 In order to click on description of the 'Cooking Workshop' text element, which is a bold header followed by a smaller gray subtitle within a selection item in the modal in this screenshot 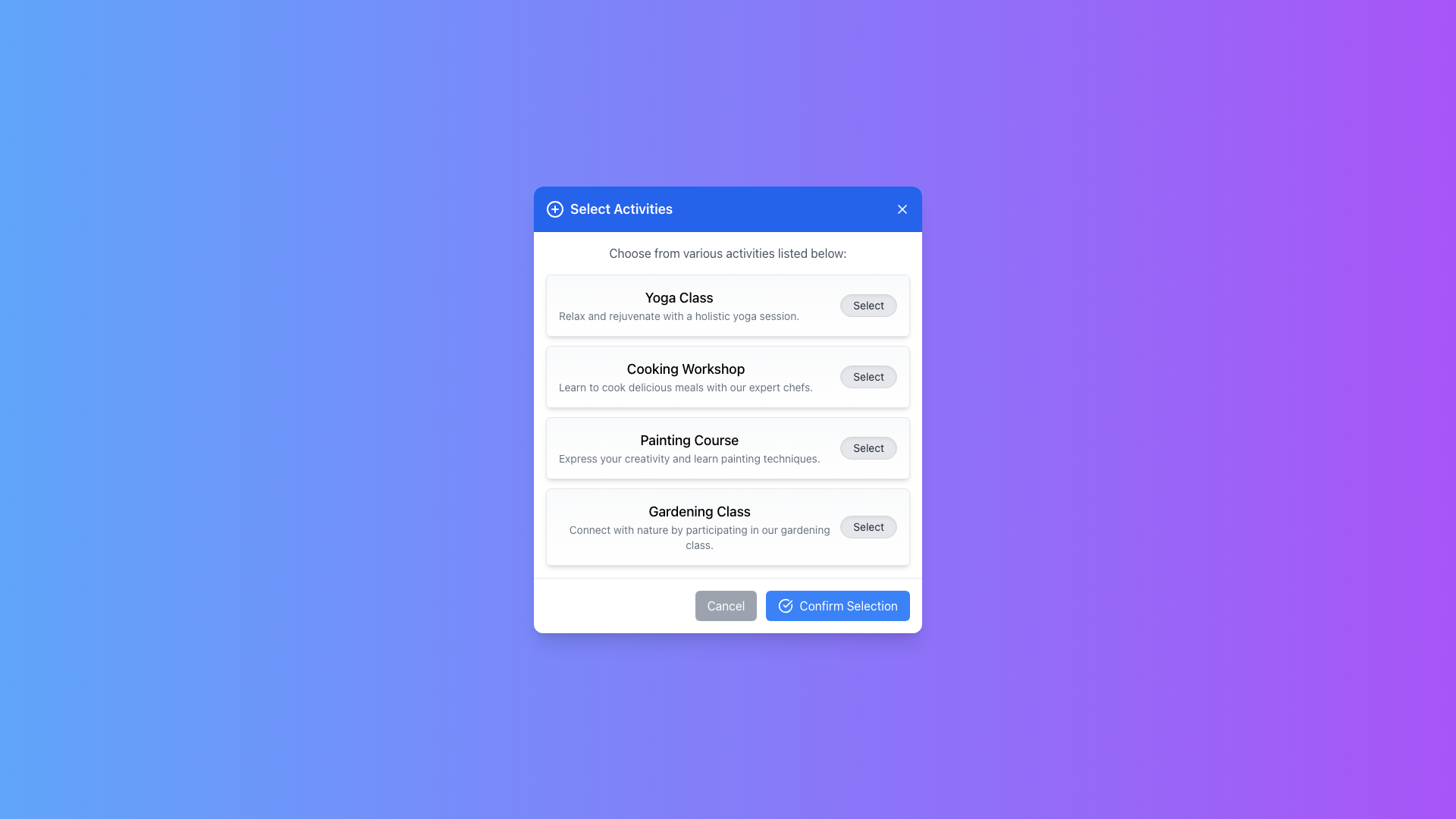, I will do `click(685, 375)`.